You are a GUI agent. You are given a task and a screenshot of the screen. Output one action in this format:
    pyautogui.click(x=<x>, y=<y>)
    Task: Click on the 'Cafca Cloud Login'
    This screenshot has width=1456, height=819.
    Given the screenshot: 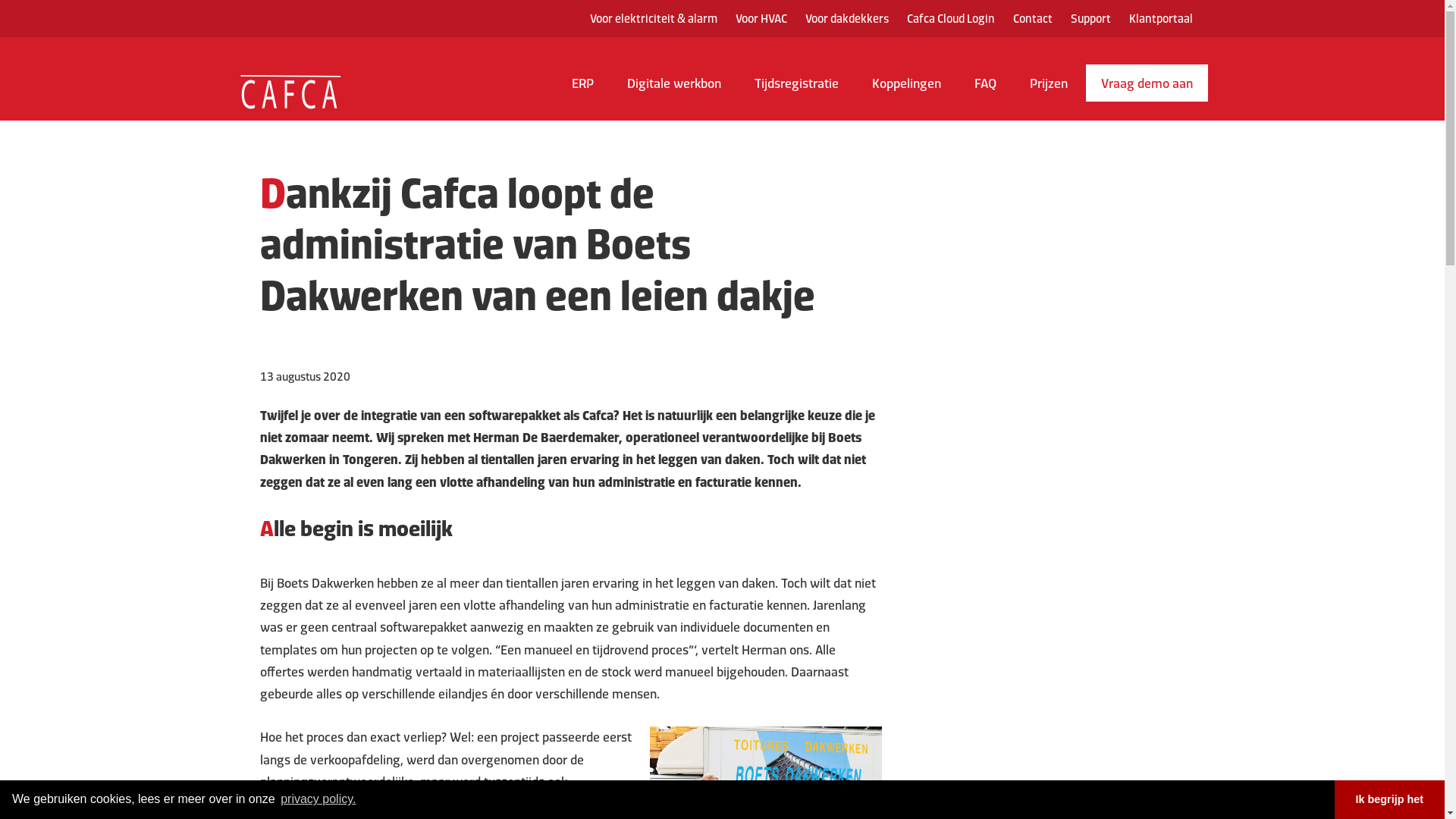 What is the action you would take?
    pyautogui.click(x=949, y=18)
    